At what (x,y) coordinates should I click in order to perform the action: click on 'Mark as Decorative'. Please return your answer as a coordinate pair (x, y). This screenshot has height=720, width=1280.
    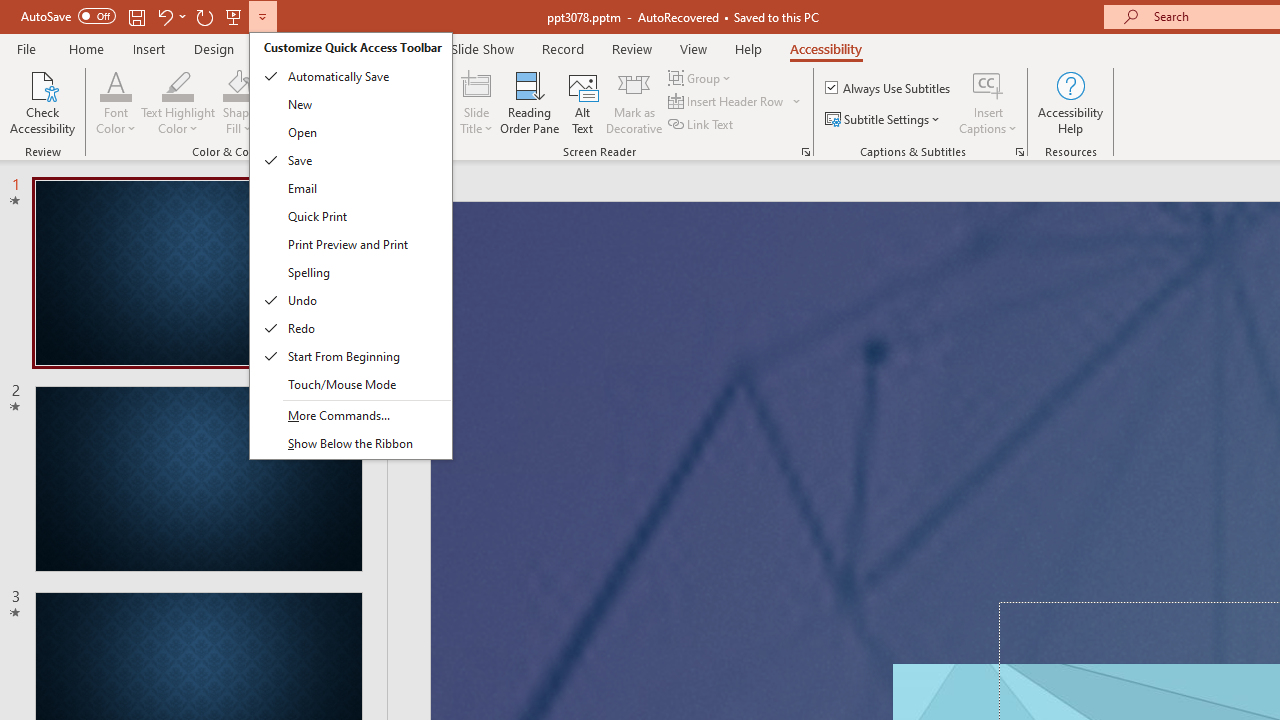
    Looking at the image, I should click on (633, 103).